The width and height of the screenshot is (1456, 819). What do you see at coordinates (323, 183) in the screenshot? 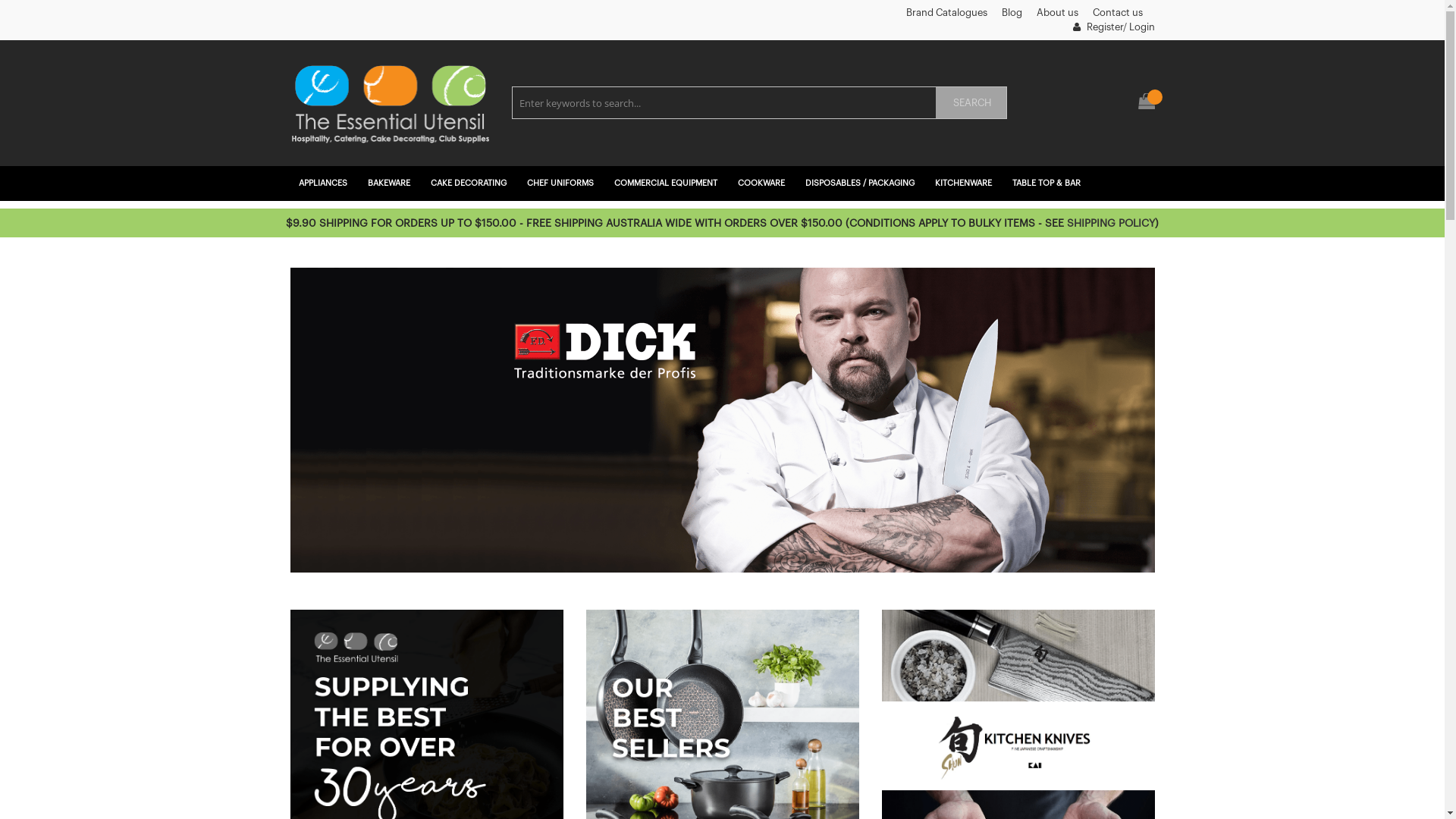
I see `'APPLIANCES'` at bounding box center [323, 183].